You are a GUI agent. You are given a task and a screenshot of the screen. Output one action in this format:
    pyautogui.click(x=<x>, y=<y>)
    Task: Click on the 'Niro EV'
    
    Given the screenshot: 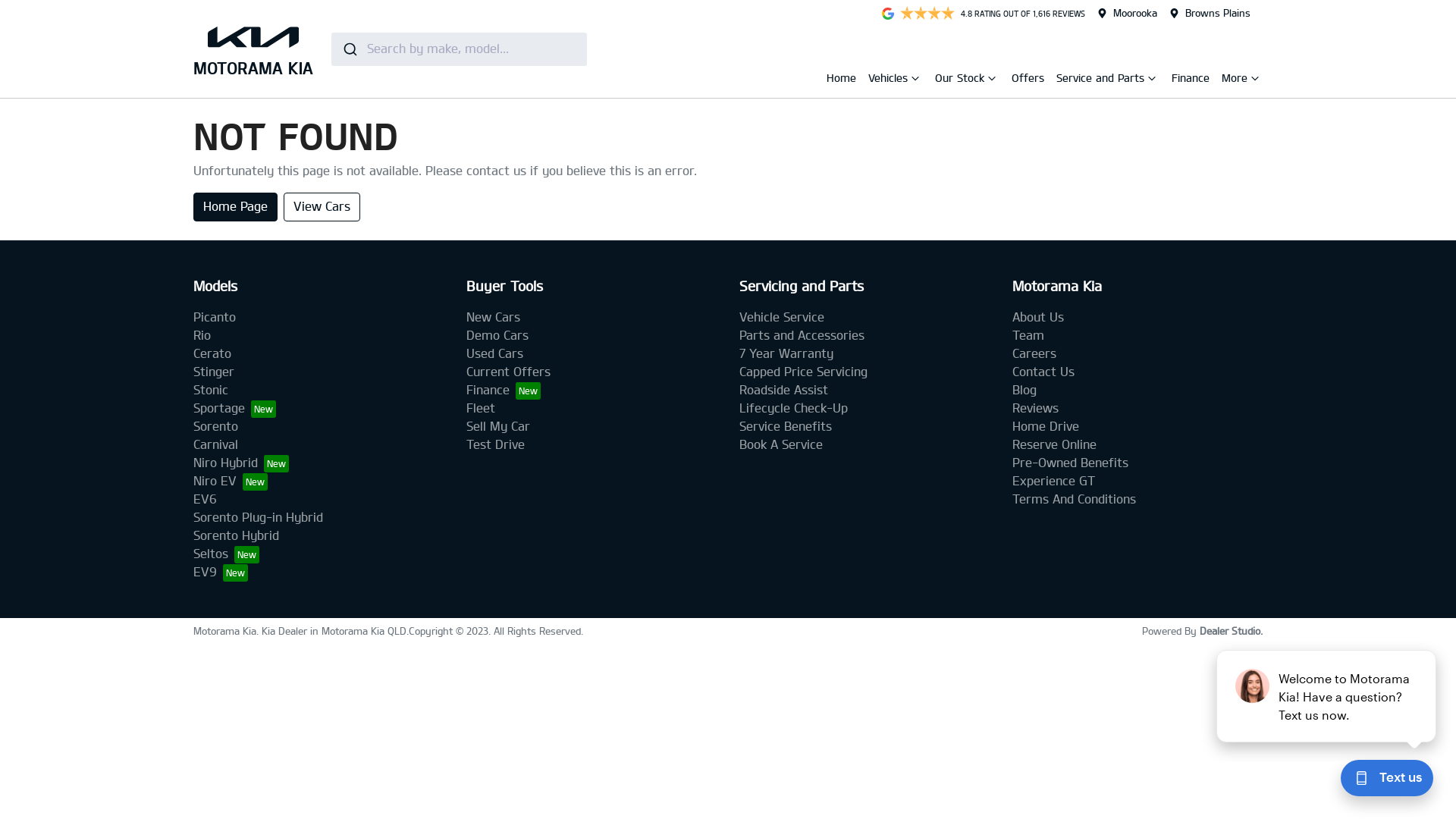 What is the action you would take?
    pyautogui.click(x=229, y=481)
    